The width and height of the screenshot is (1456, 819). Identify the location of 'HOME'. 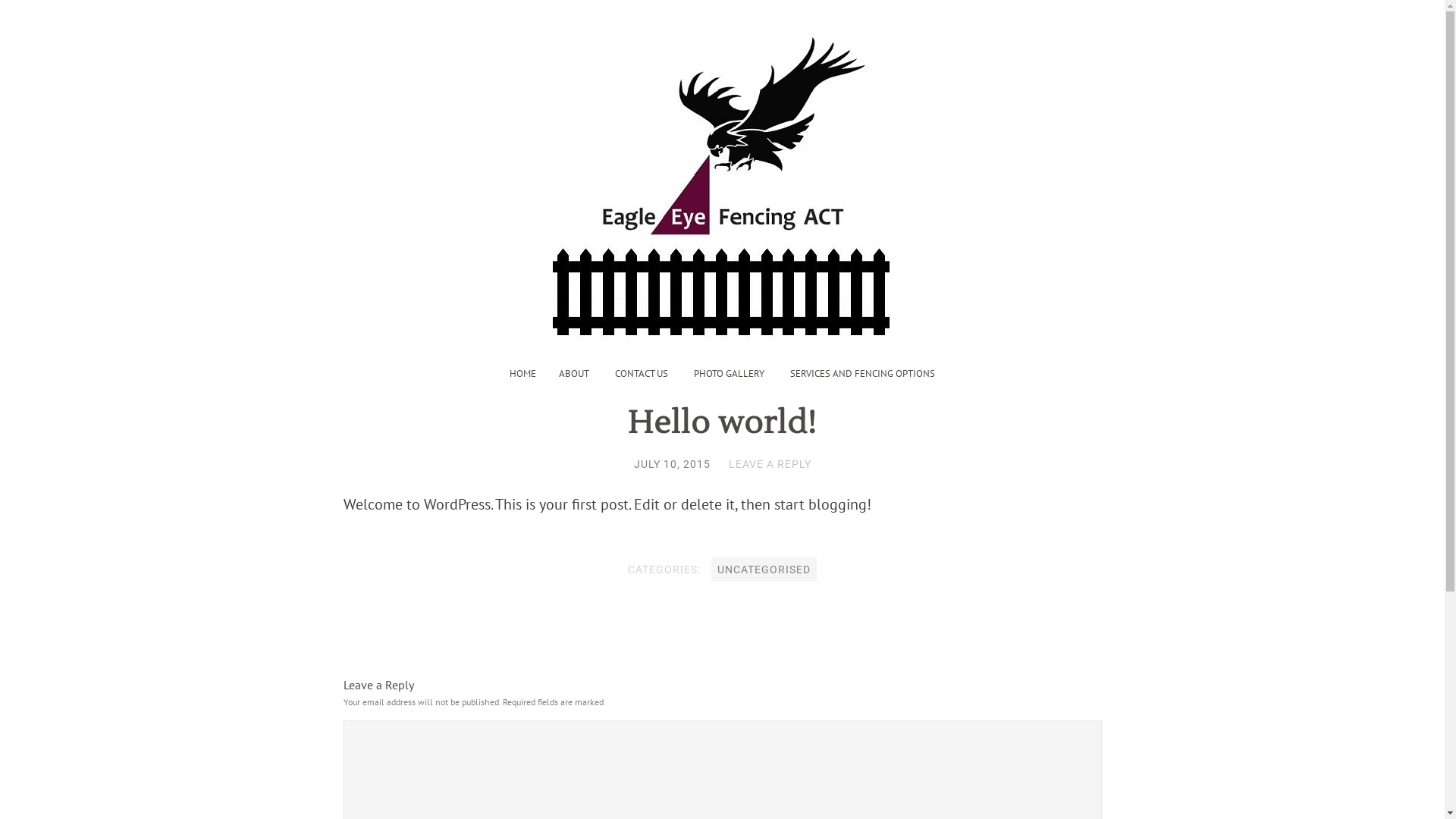
(522, 372).